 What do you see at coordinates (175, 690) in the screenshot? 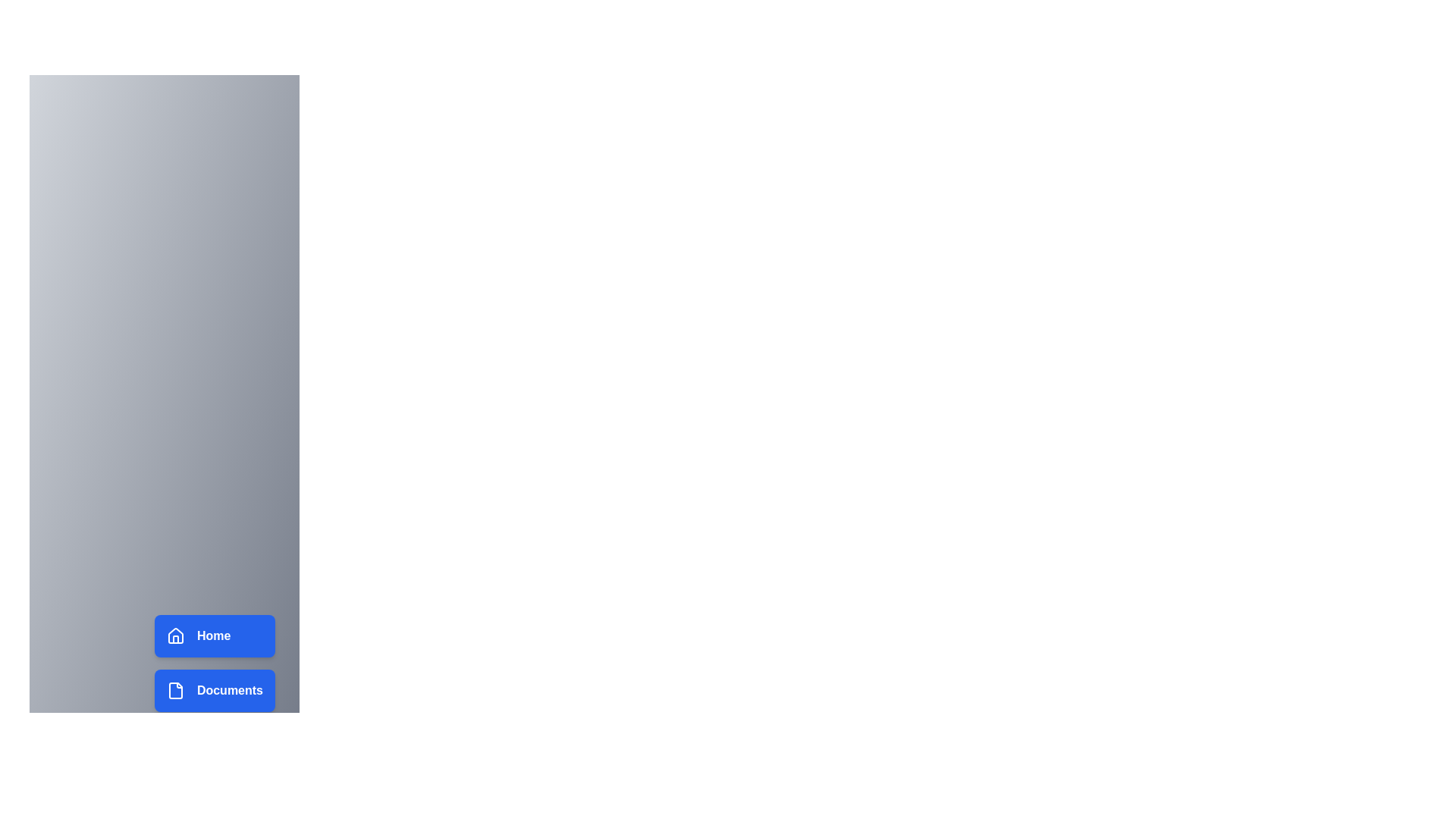
I see `the 'Documents' icon located on the bottom-left corner of the interface, which is part of the button labeled 'Documents'` at bounding box center [175, 690].